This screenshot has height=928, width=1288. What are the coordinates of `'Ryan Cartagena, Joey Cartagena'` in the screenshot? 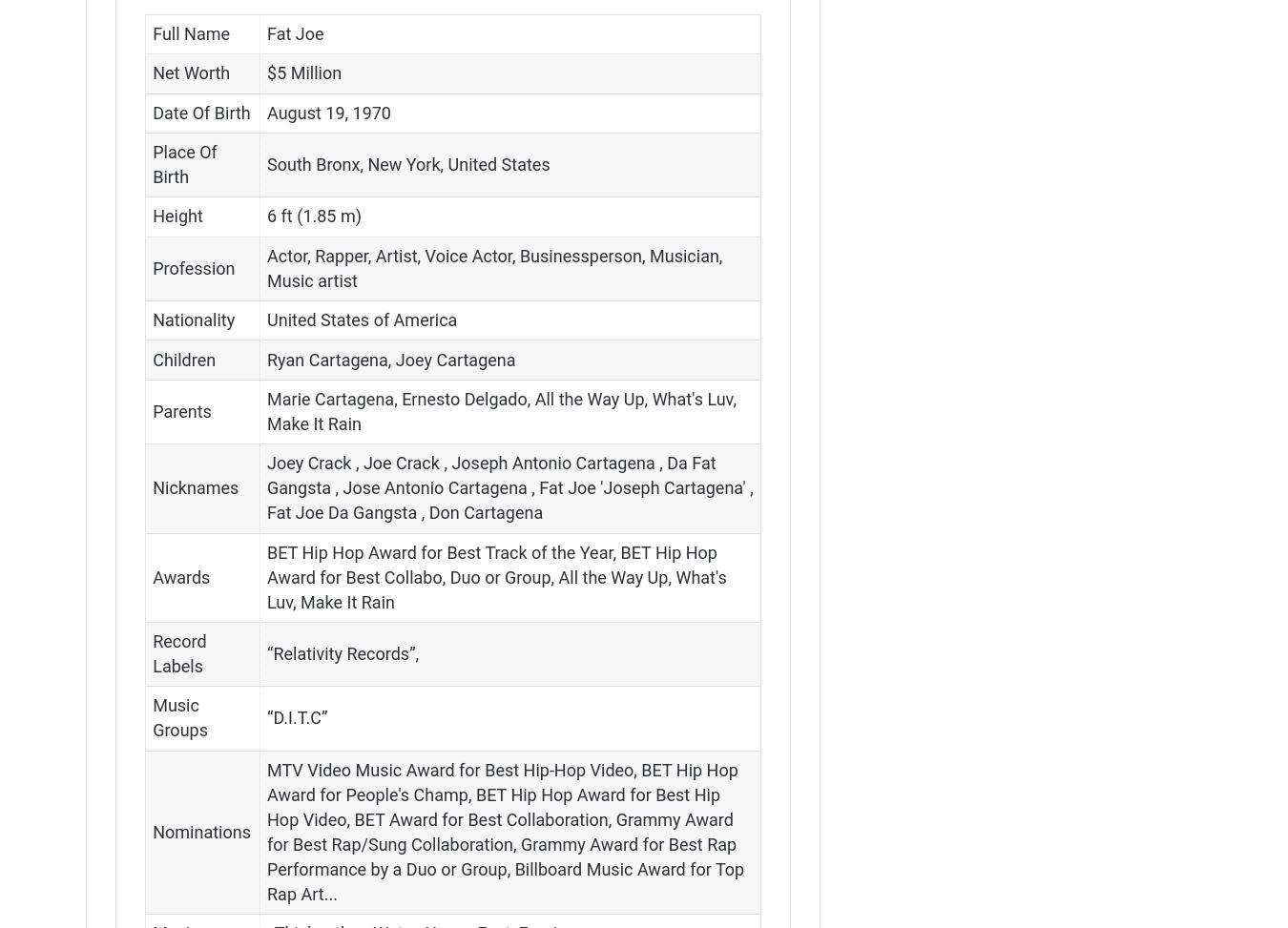 It's located at (390, 358).